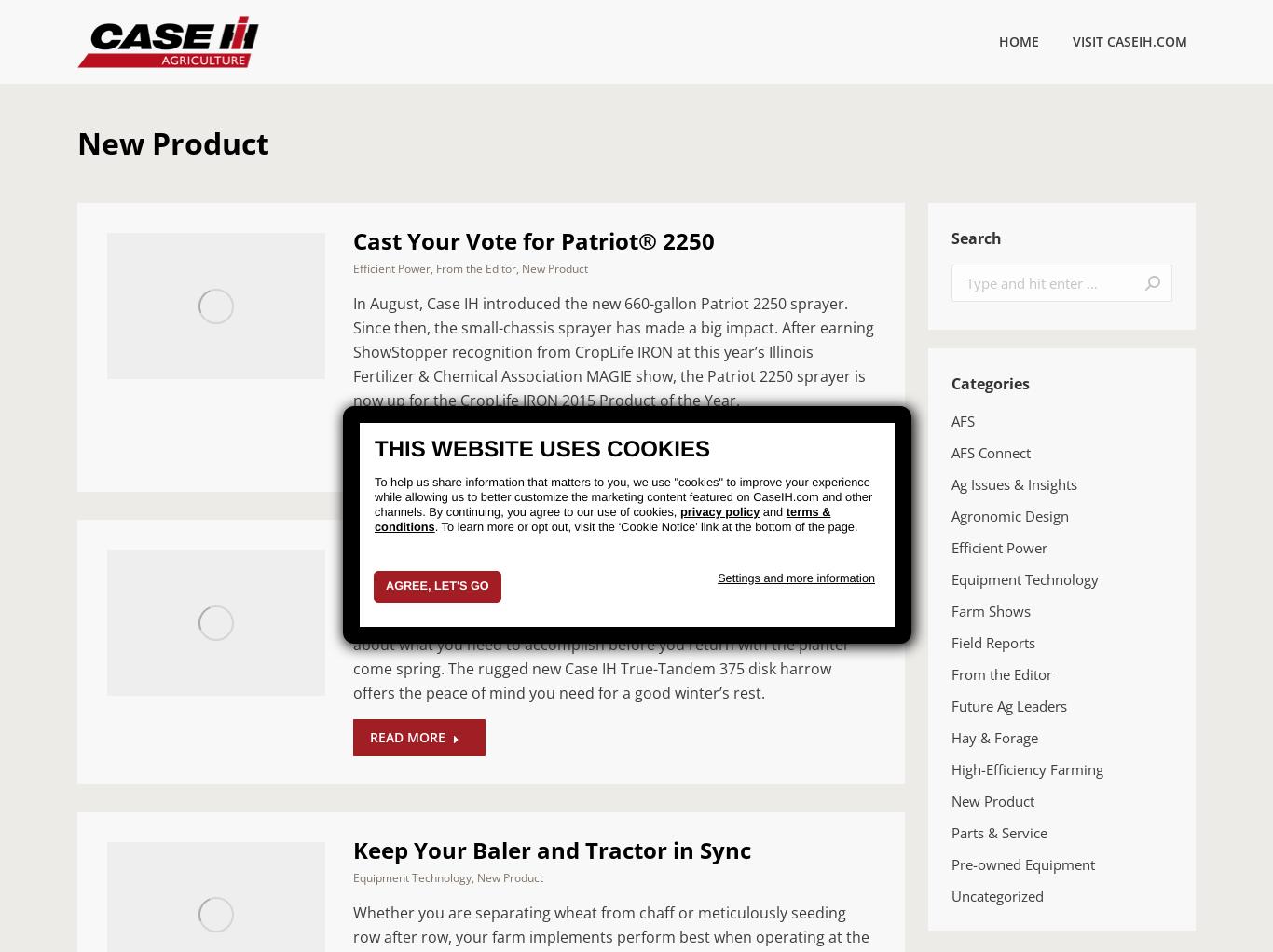 This screenshot has width=1273, height=952. What do you see at coordinates (533, 240) in the screenshot?
I see `'Cast Your Vote for Patriot® 2250'` at bounding box center [533, 240].